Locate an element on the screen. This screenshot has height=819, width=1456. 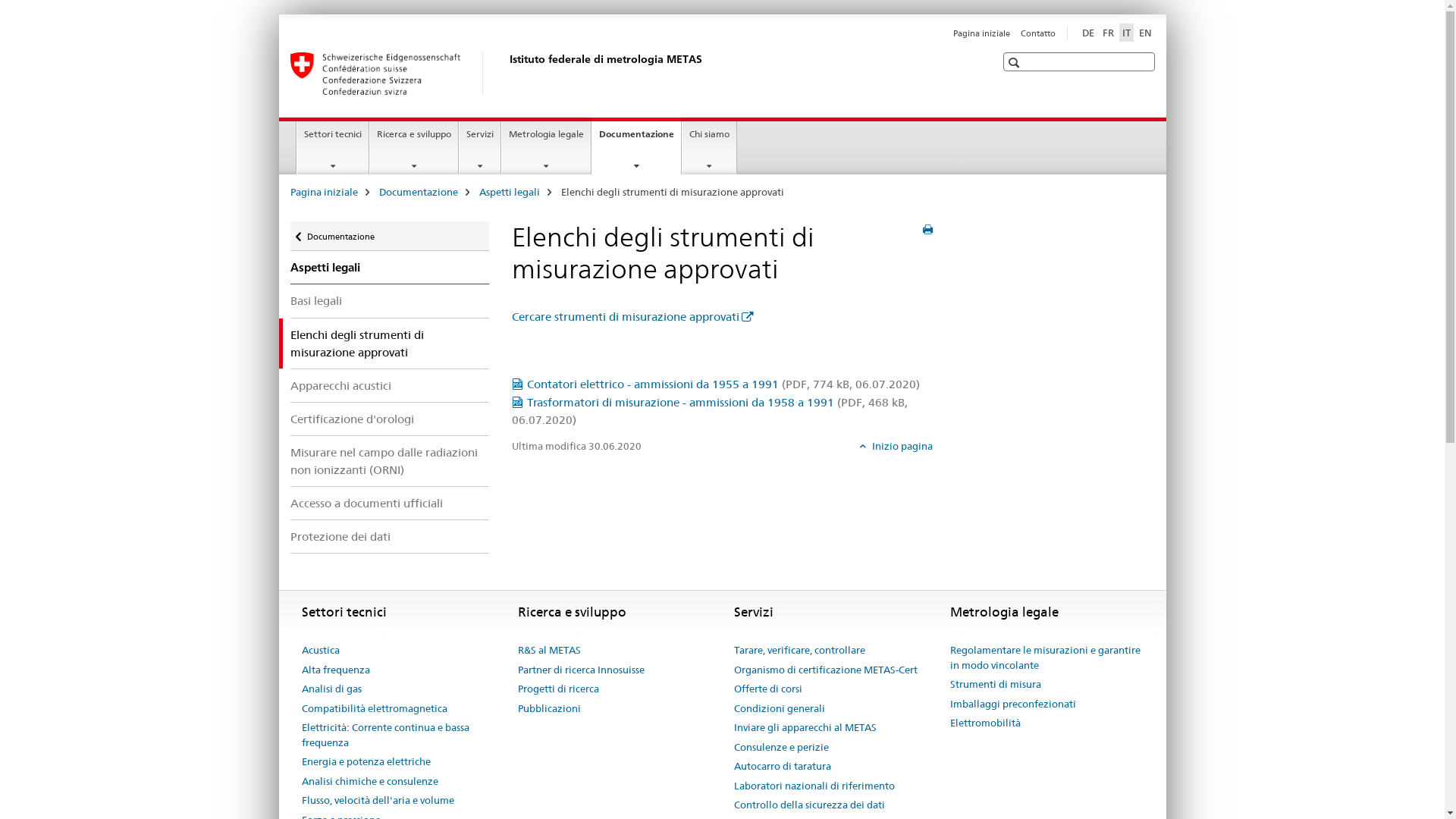
'Inviare gli apparecchi al METAS' is located at coordinates (804, 727).